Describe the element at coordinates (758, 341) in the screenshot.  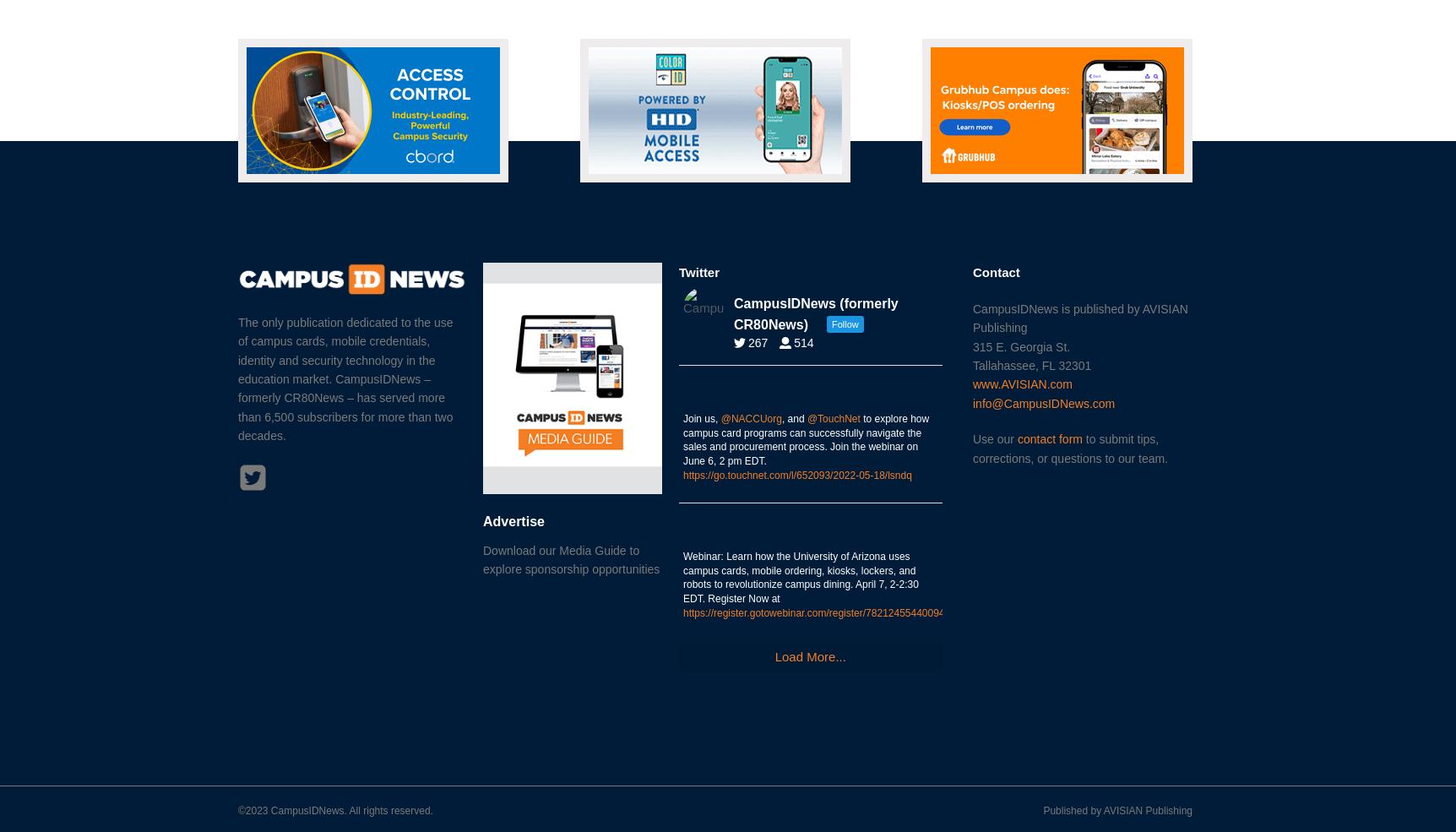
I see `'267'` at that location.